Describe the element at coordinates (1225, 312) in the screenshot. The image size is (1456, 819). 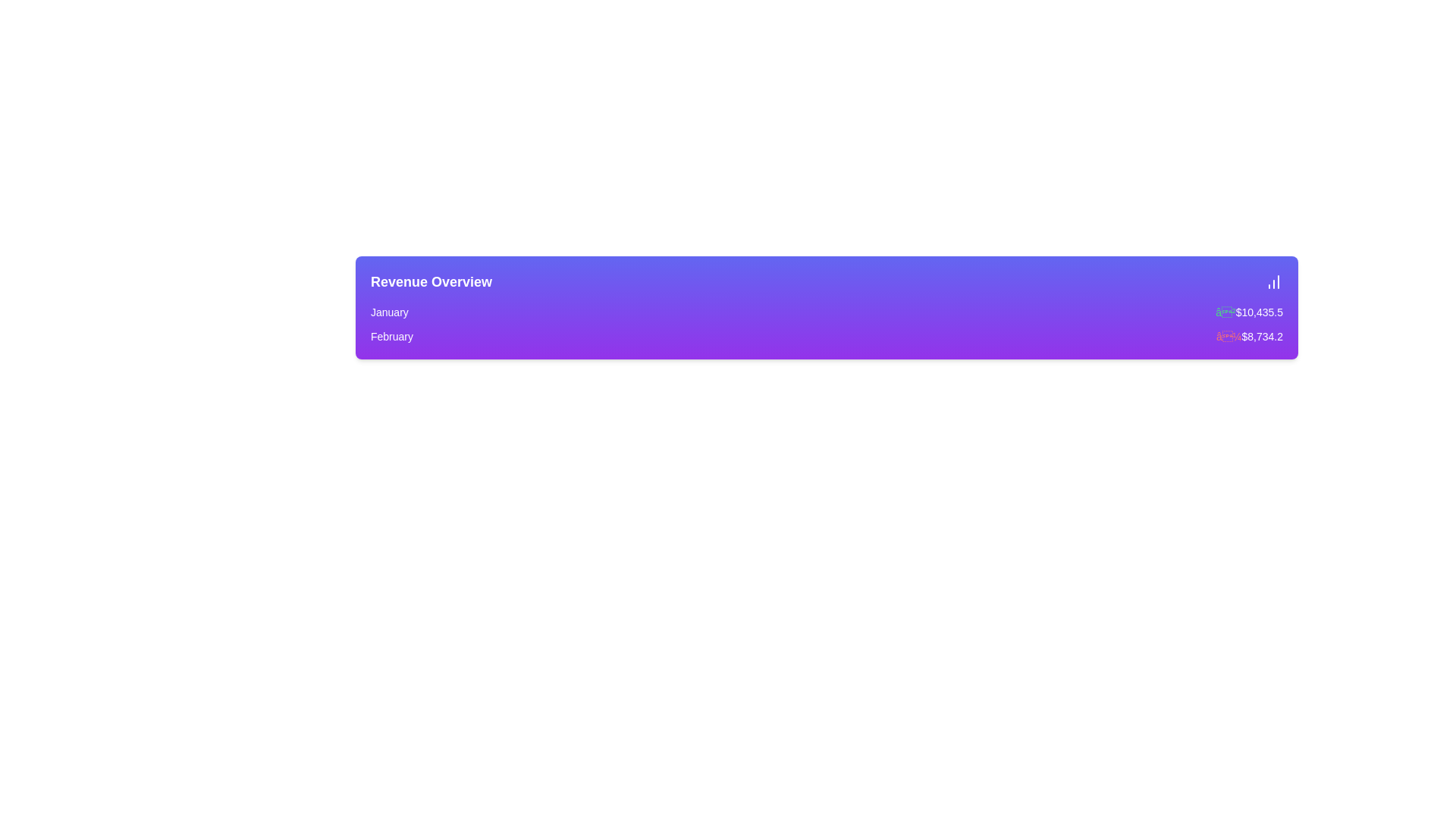
I see `the upward-pointing green arrow icon located to the left of the monetary value $10,435.5 in the top-right corner of the card layout` at that location.